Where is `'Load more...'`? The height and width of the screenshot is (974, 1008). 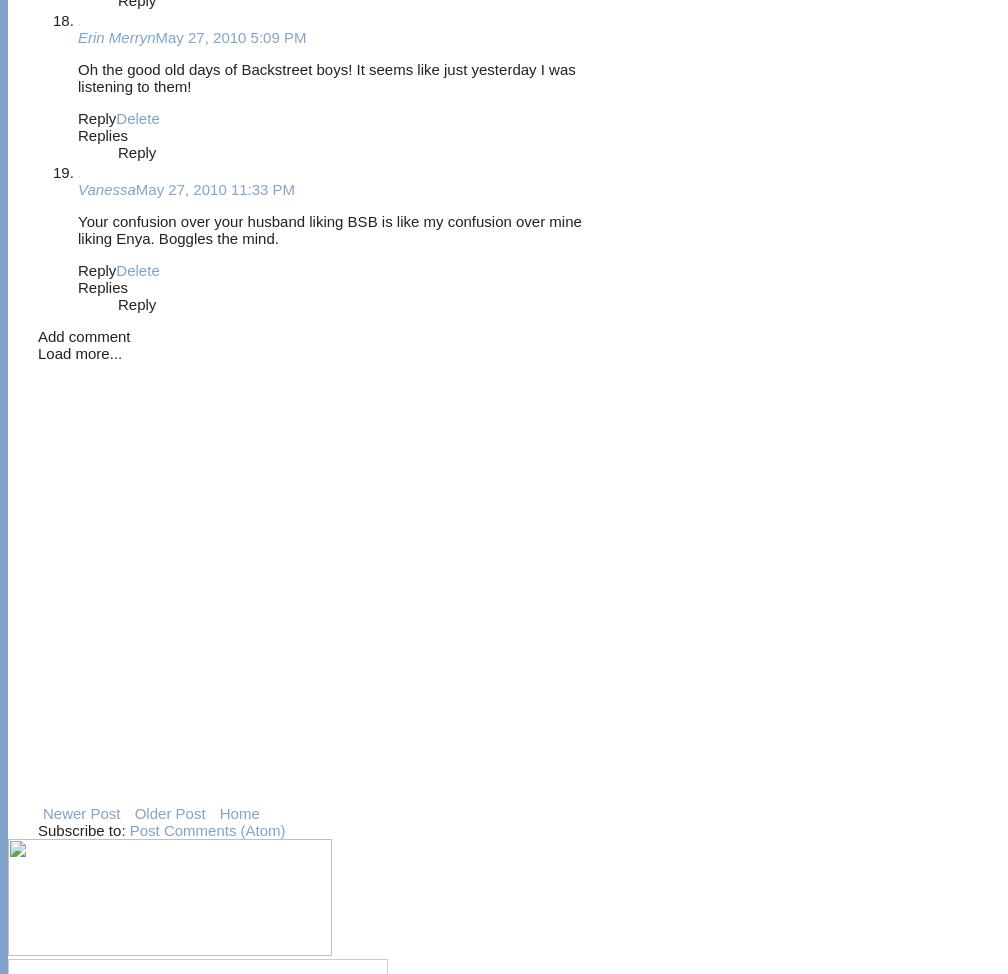
'Load more...' is located at coordinates (80, 352).